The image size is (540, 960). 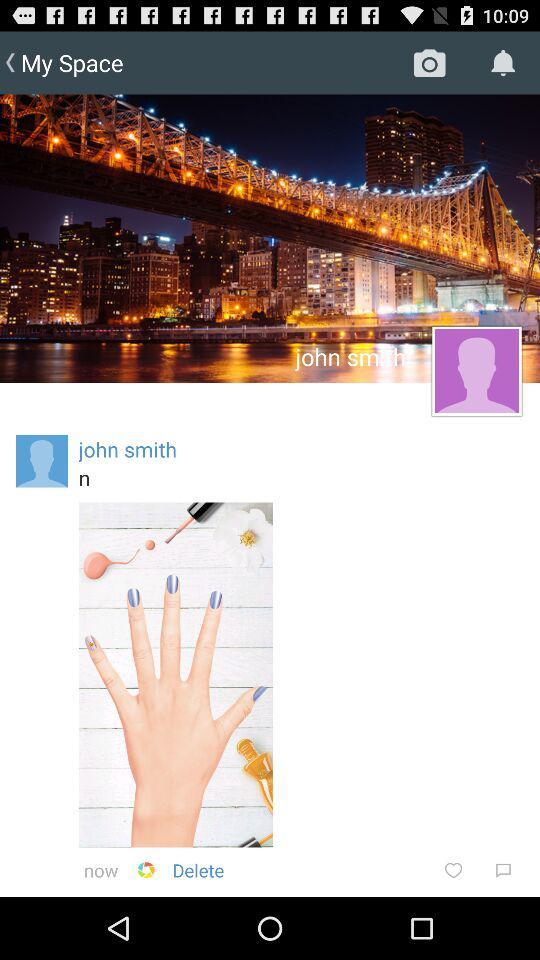 I want to click on n, so click(x=300, y=477).